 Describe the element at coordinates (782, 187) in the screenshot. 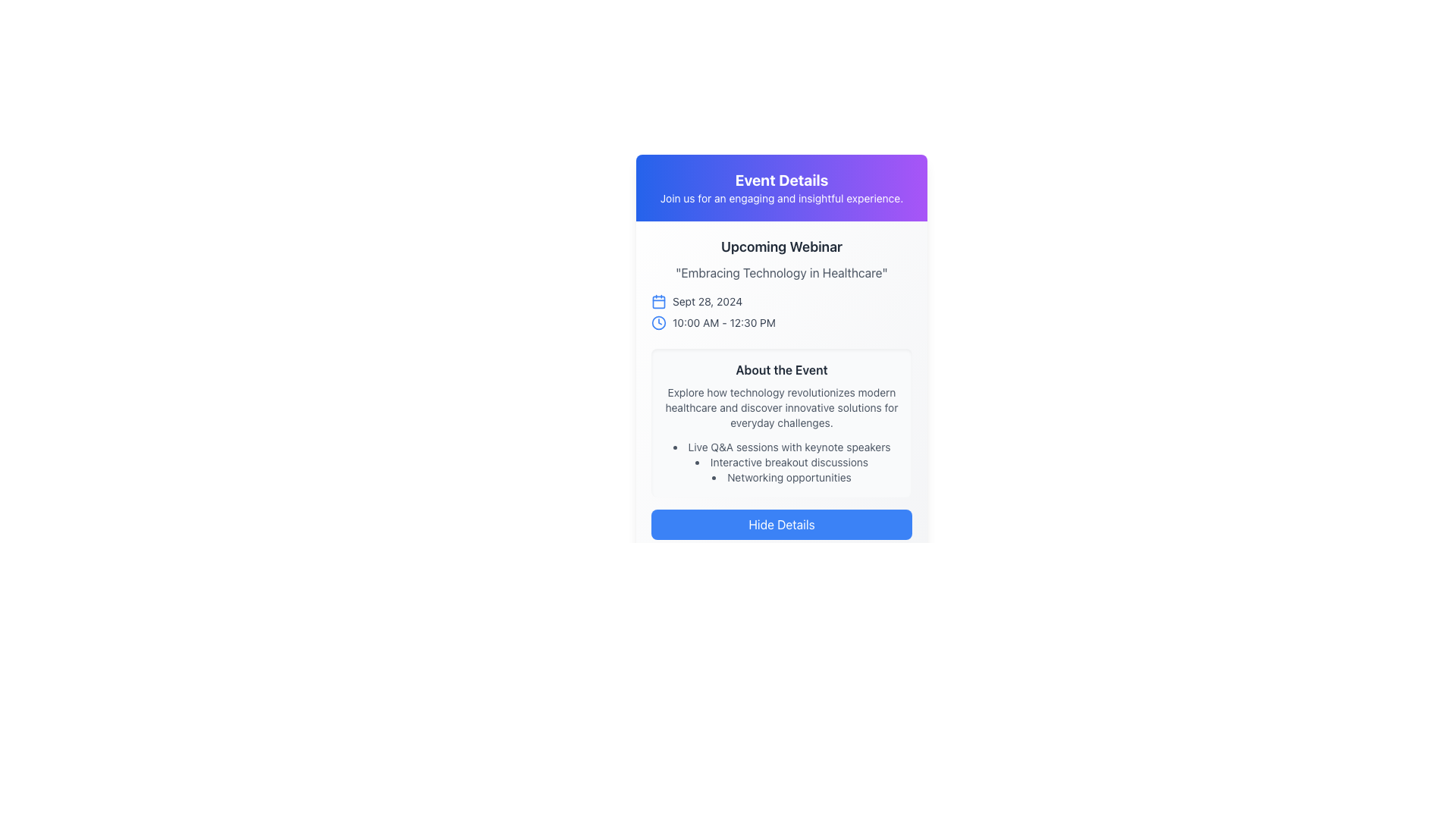

I see `introductory heading and subtitle text from the header section located at the top of the card layout, which spans the width of the card` at that location.